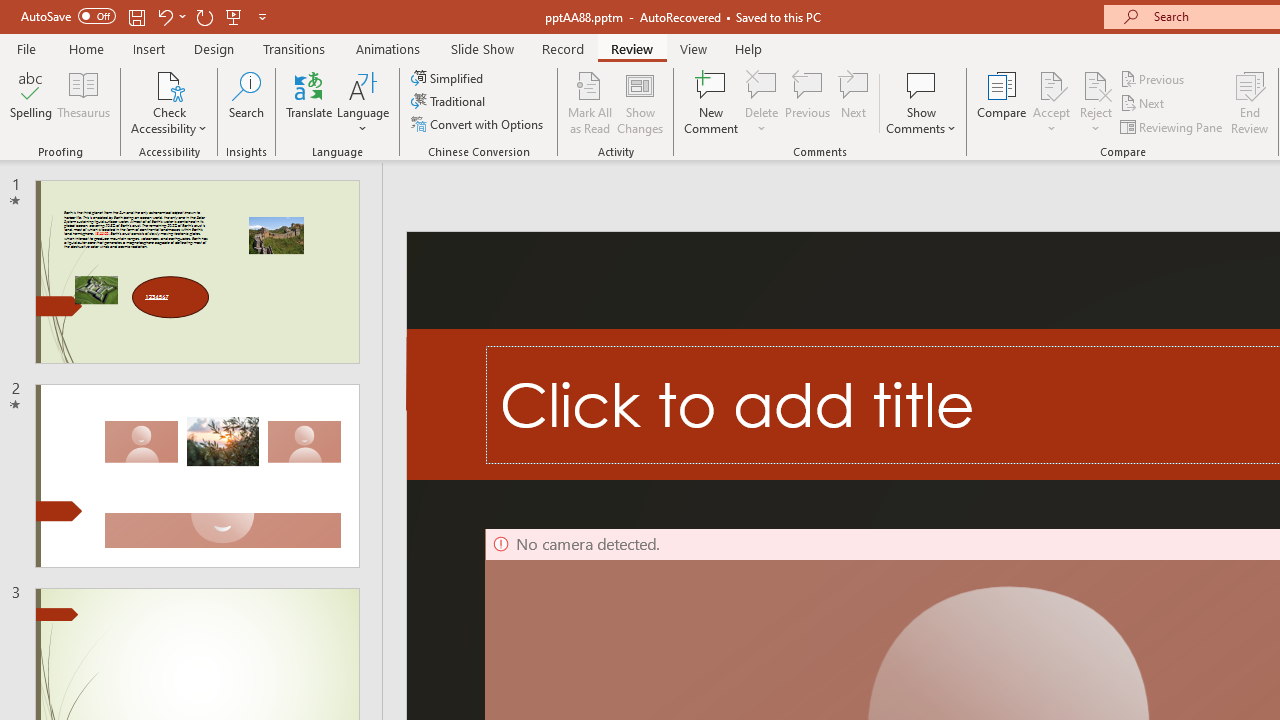 The height and width of the screenshot is (720, 1280). What do you see at coordinates (589, 103) in the screenshot?
I see `'Mark All as Read'` at bounding box center [589, 103].